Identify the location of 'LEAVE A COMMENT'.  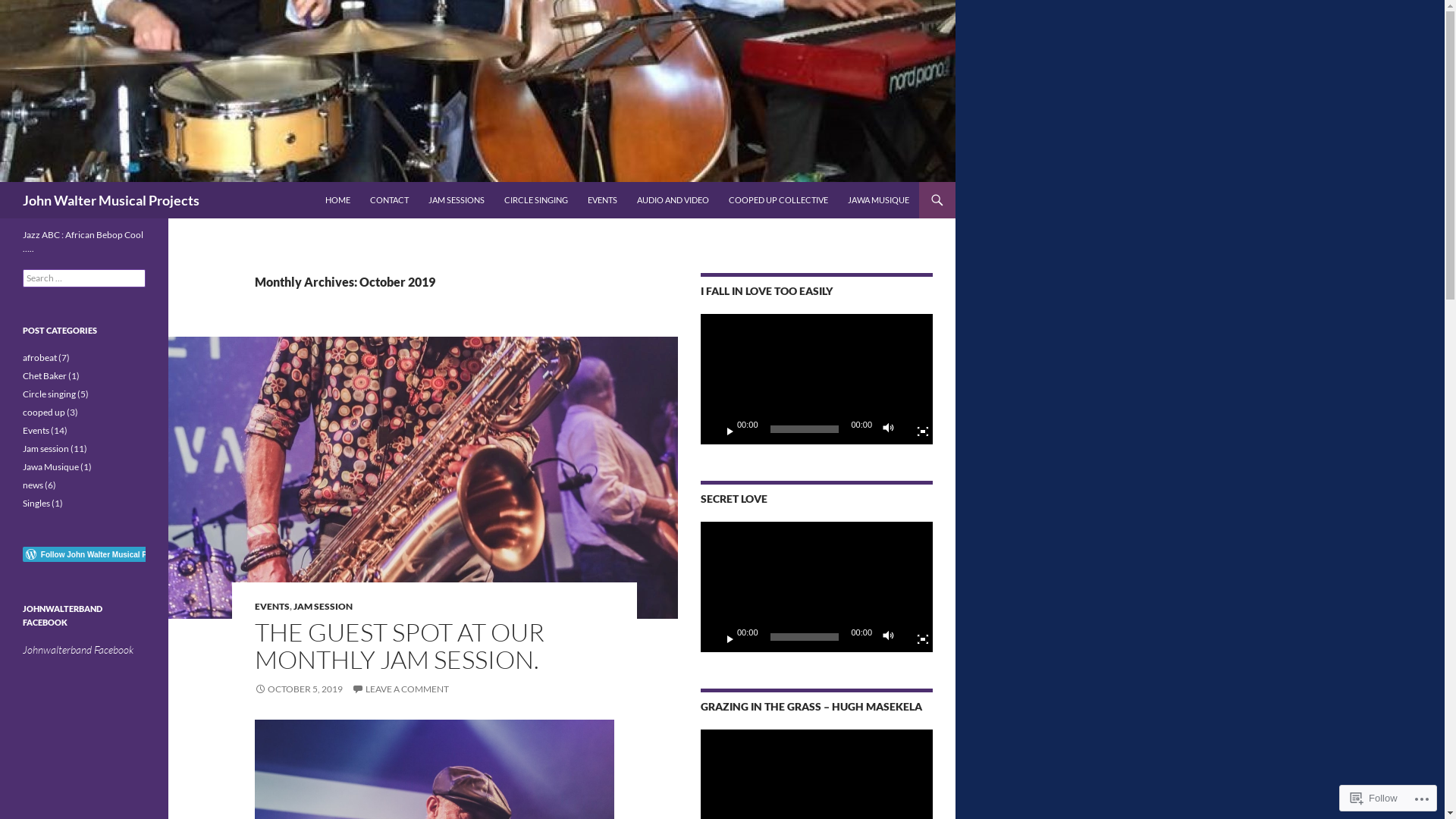
(351, 689).